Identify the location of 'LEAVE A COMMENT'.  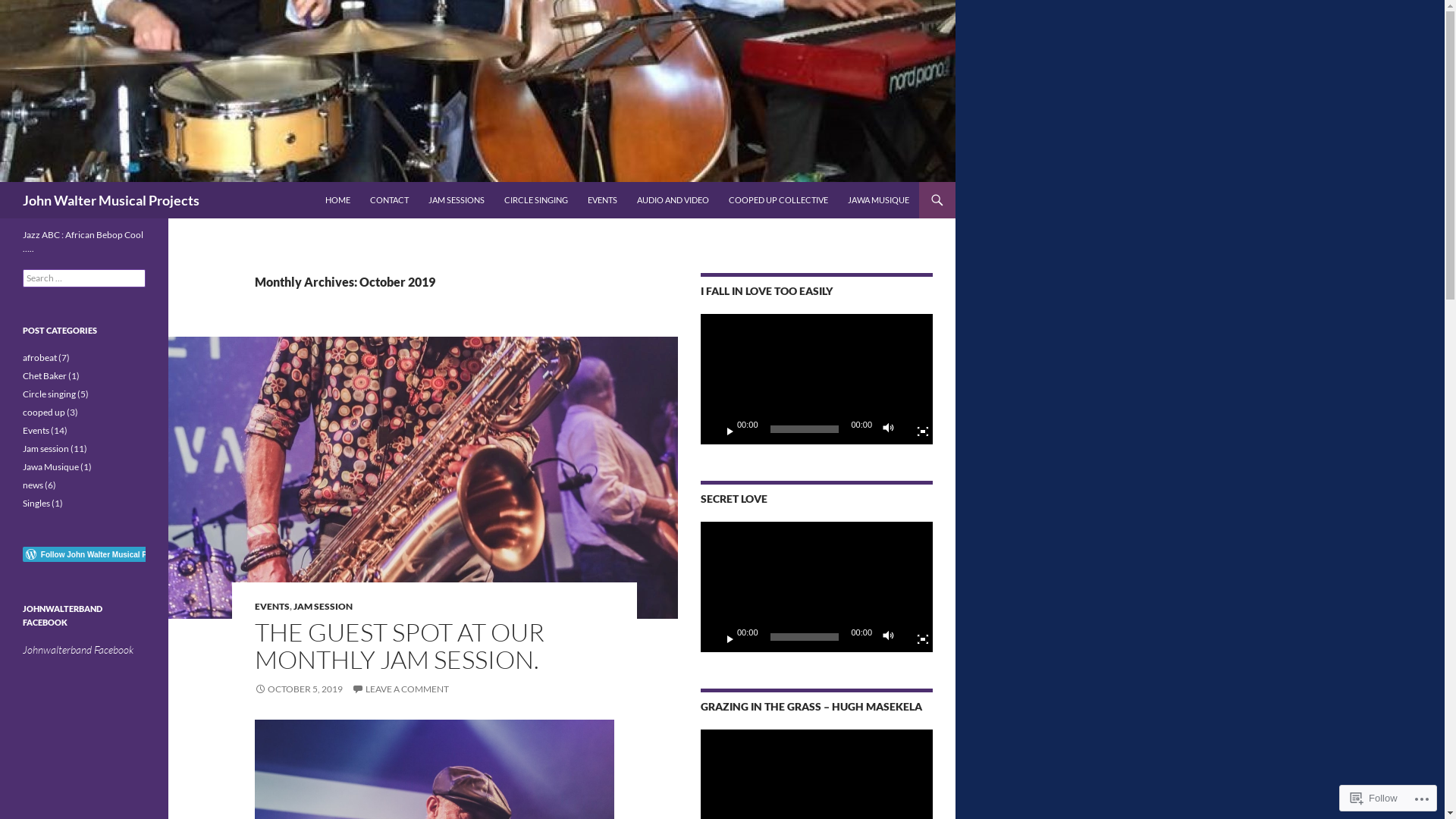
(351, 689).